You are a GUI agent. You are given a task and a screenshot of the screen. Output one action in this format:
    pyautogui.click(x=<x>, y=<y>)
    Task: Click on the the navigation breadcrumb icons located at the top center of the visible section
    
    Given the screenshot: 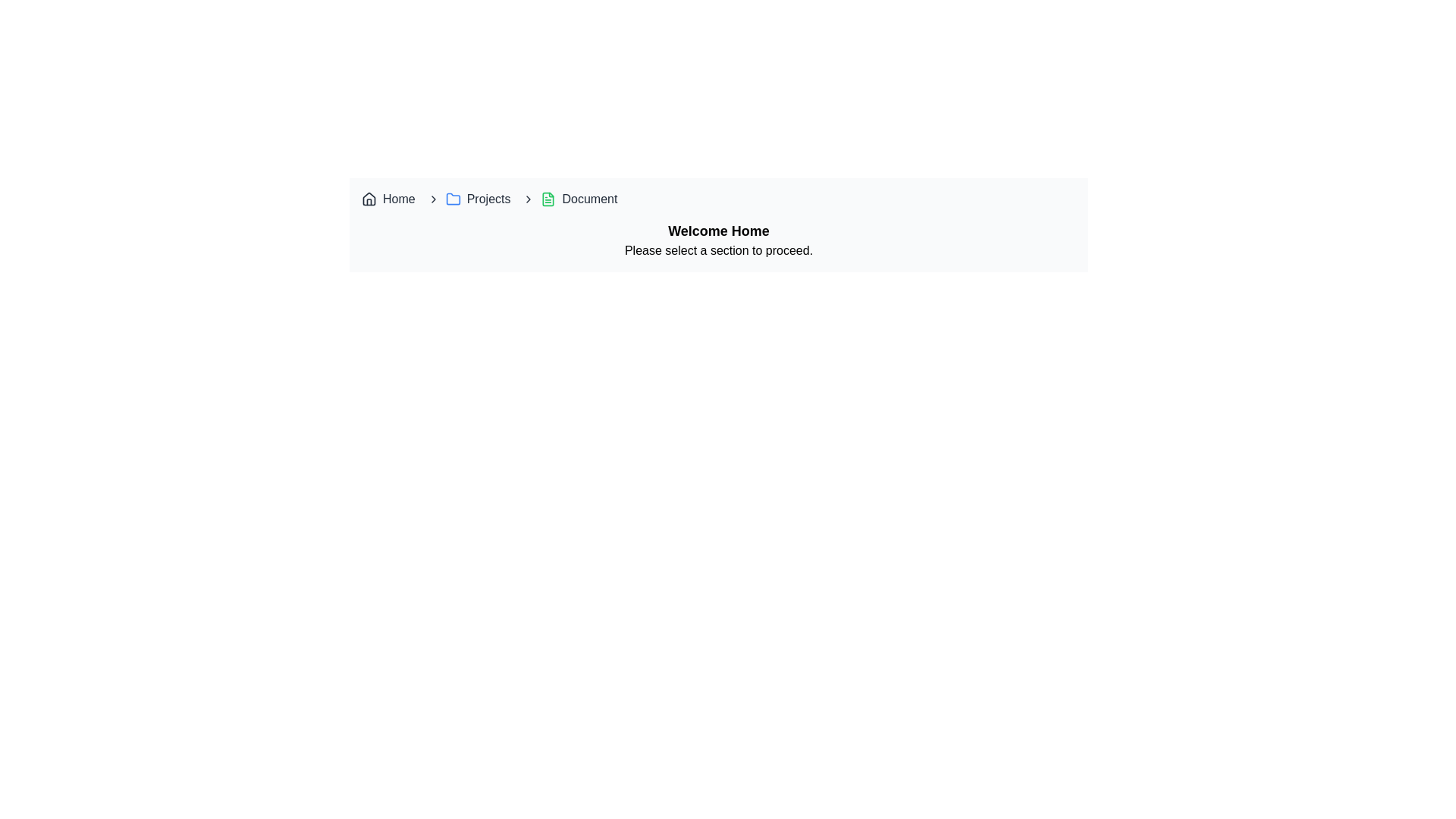 What is the action you would take?
    pyautogui.click(x=718, y=198)
    